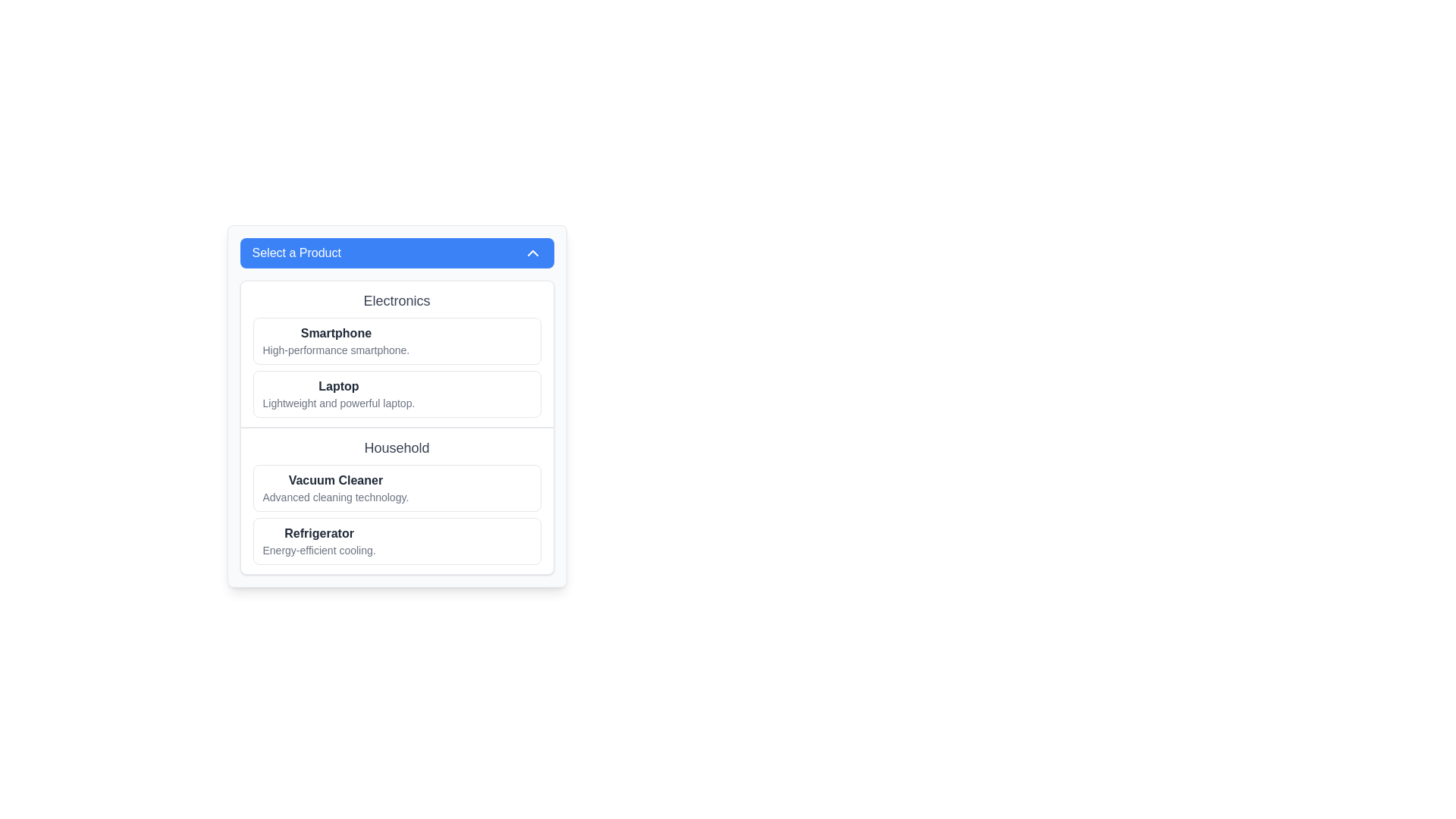  Describe the element at coordinates (397, 394) in the screenshot. I see `the product description card for the laptop, which is the second item in the Electronics category` at that location.